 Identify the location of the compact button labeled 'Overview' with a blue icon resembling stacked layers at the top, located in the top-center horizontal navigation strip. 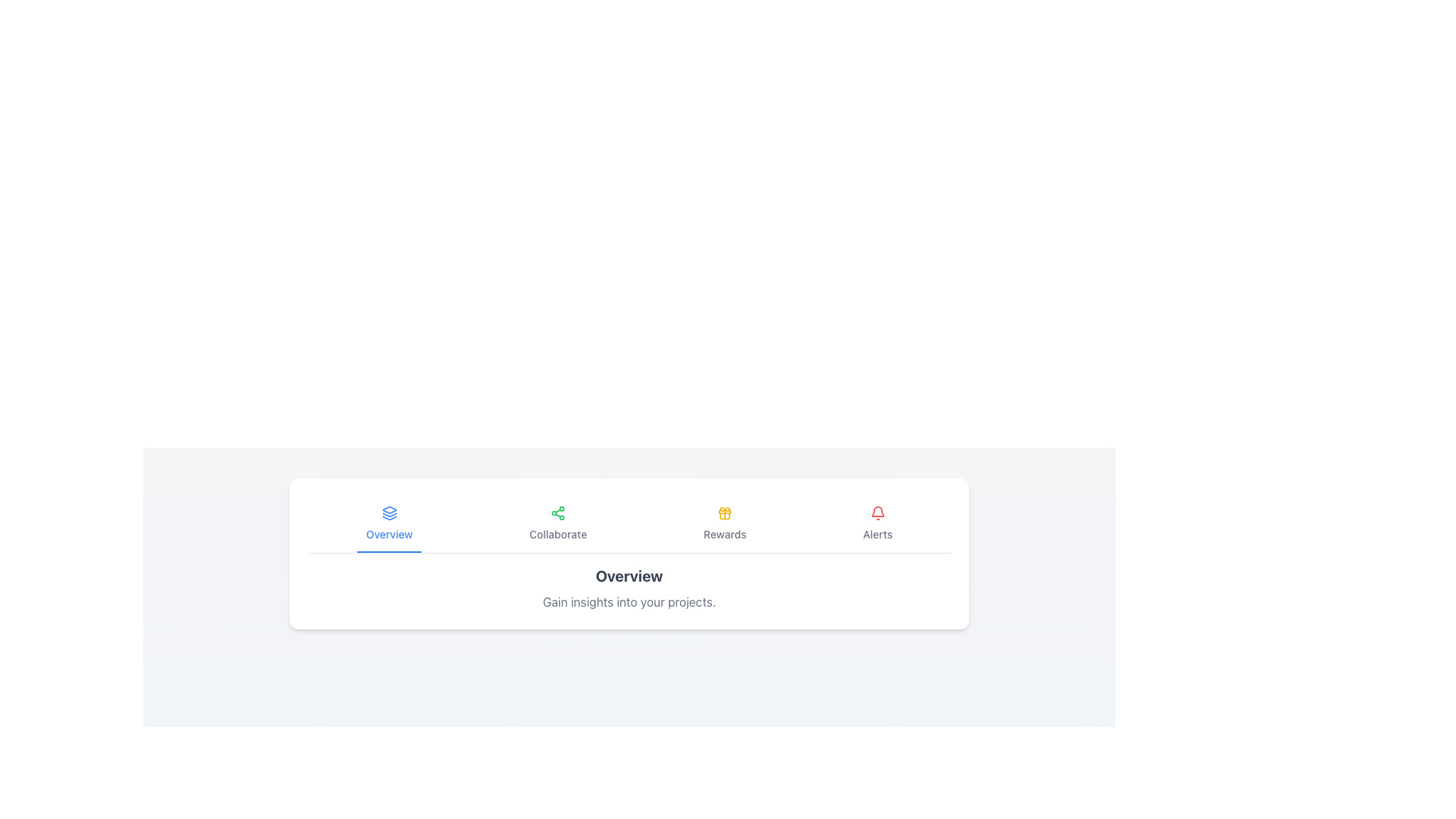
(389, 523).